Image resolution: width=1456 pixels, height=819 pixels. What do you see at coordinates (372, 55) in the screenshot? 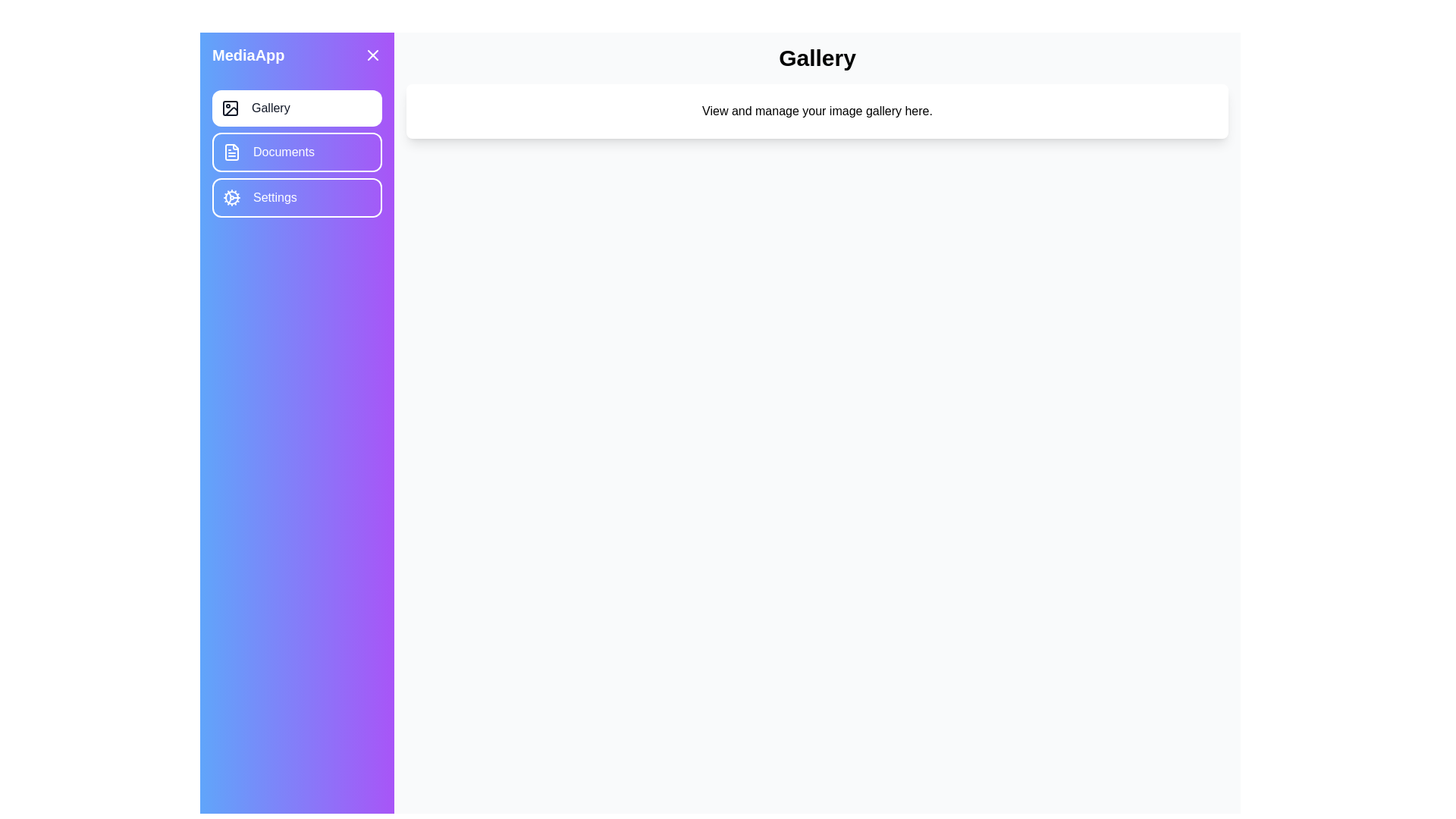
I see `the toggle button in the top-right corner of the drawer to toggle its open or close state` at bounding box center [372, 55].